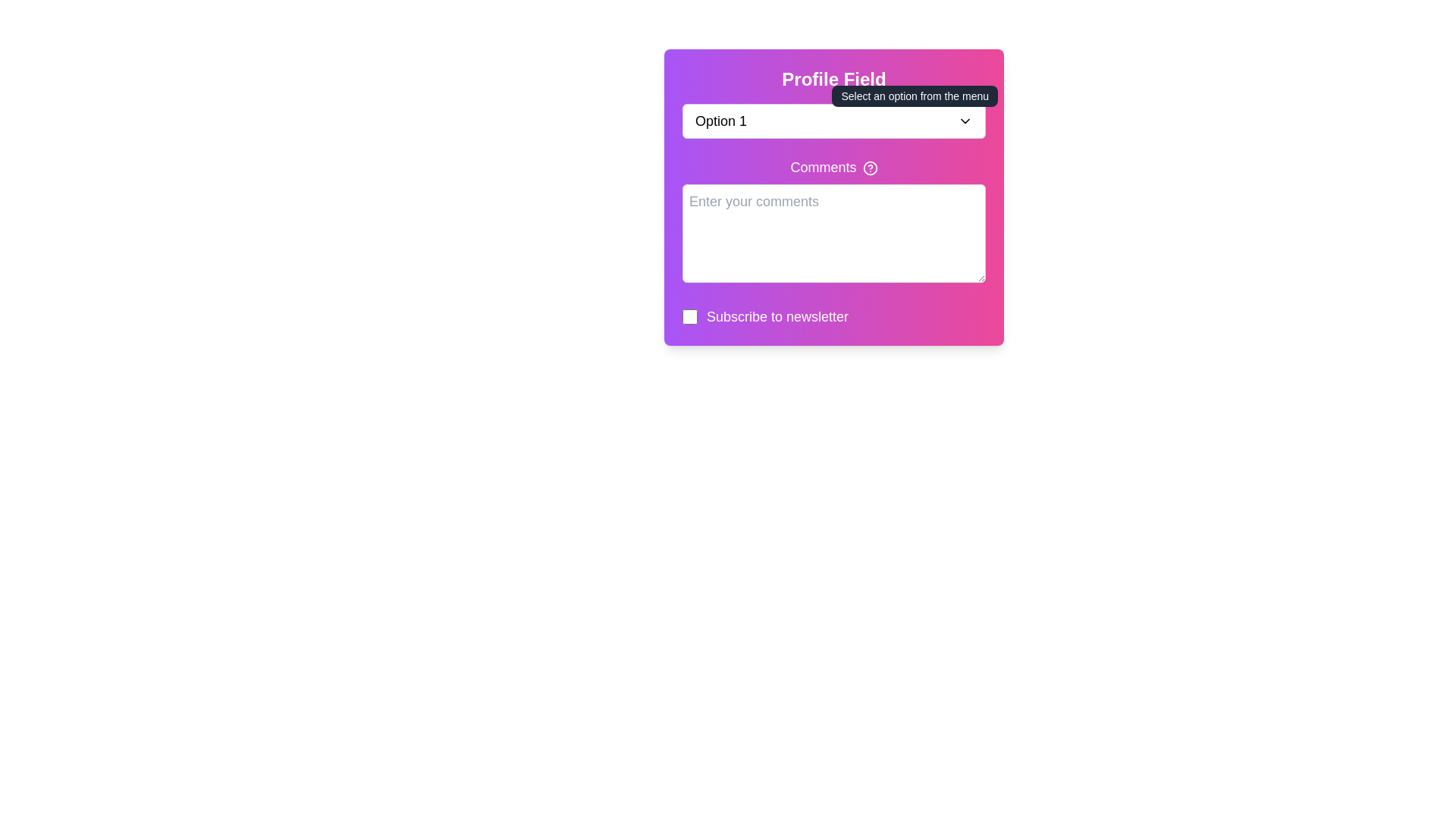 This screenshot has width=1456, height=819. What do you see at coordinates (833, 315) in the screenshot?
I see `the 'Subscribe to newsletter' checkbox element which is styled with a purple border and located below the 'Comments' text area` at bounding box center [833, 315].